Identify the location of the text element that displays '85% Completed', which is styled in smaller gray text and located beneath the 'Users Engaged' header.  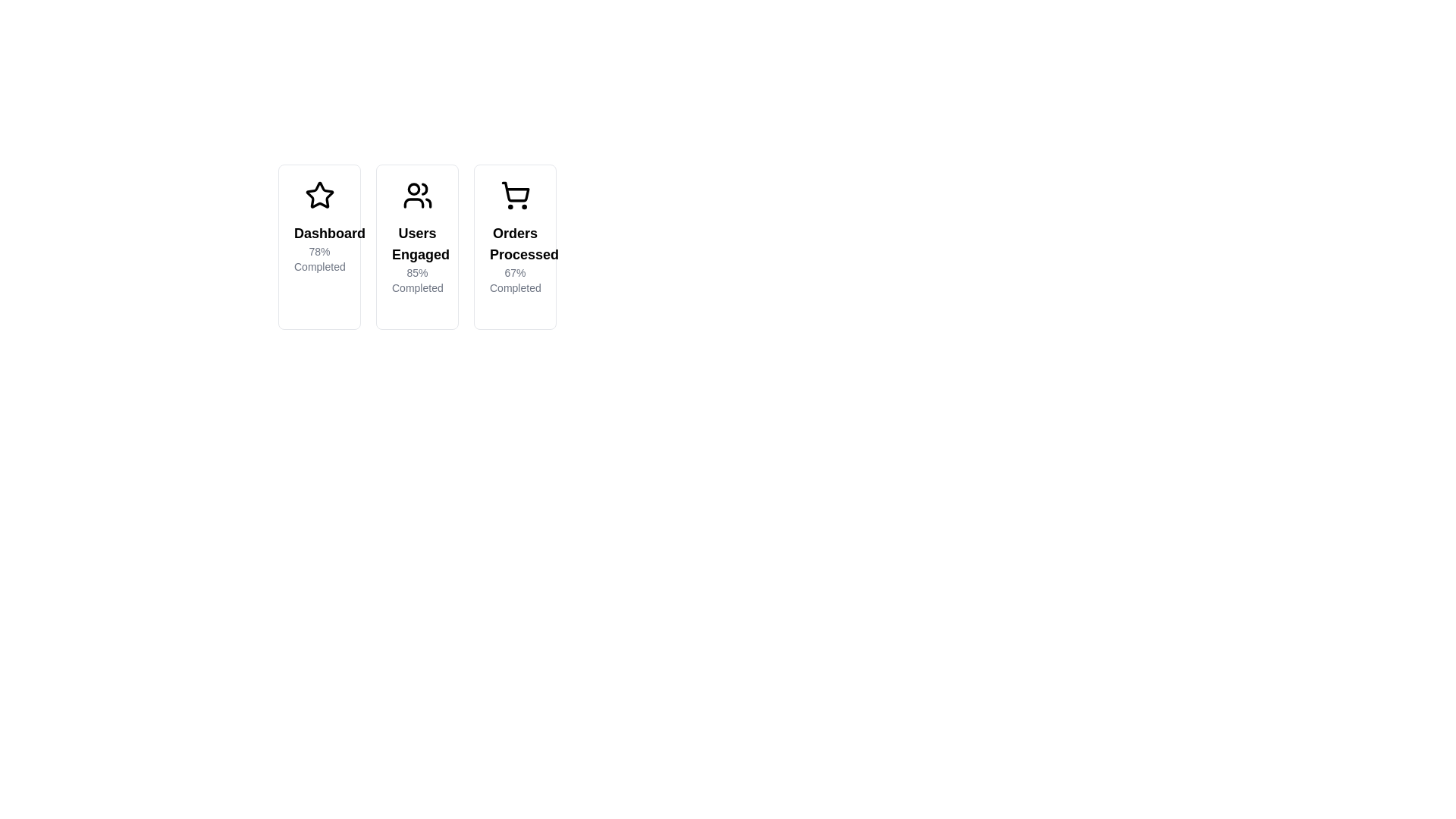
(417, 281).